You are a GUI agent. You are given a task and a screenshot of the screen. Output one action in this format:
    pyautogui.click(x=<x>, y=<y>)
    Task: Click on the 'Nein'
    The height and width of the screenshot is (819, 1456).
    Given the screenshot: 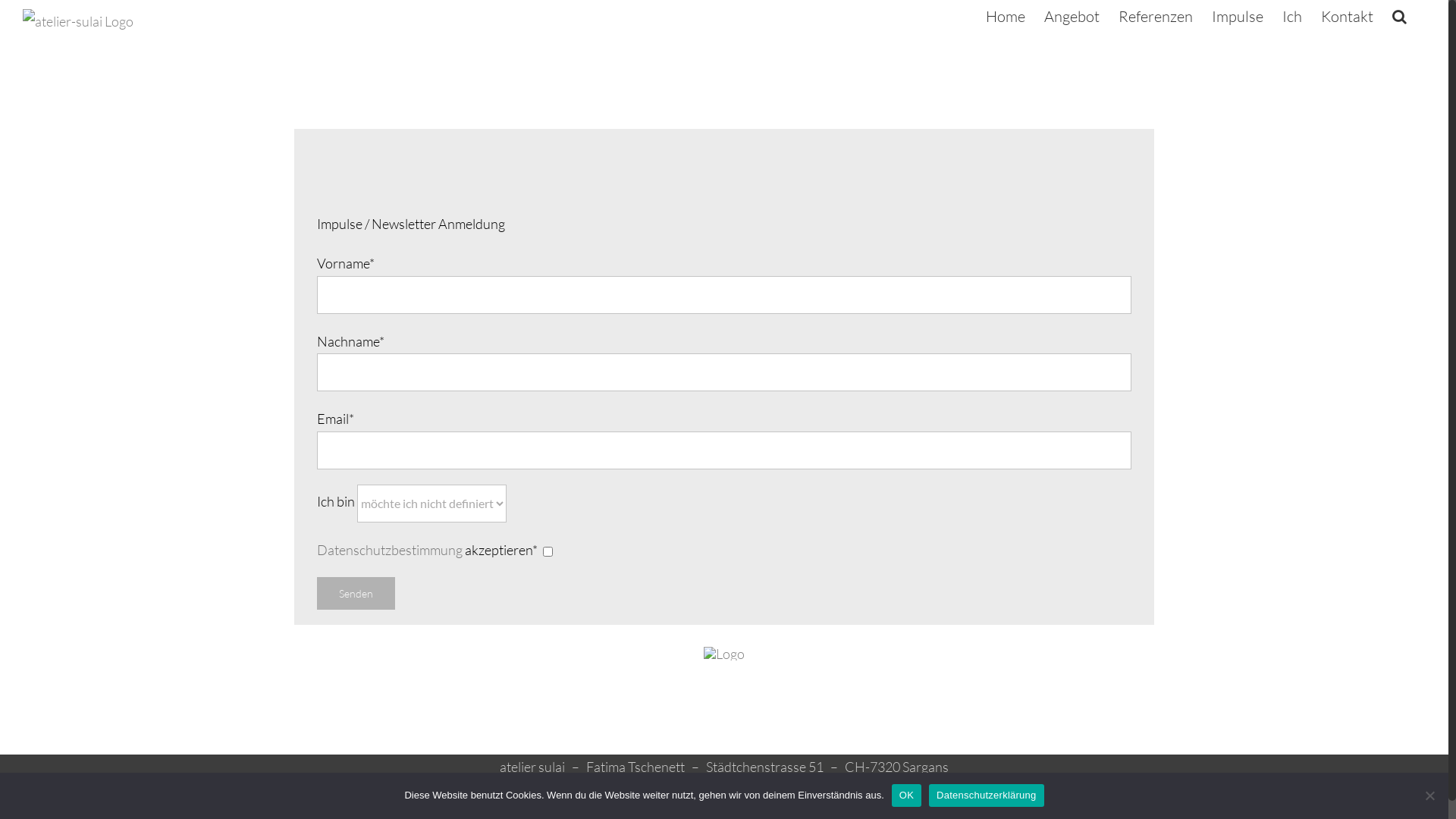 What is the action you would take?
    pyautogui.click(x=1429, y=795)
    